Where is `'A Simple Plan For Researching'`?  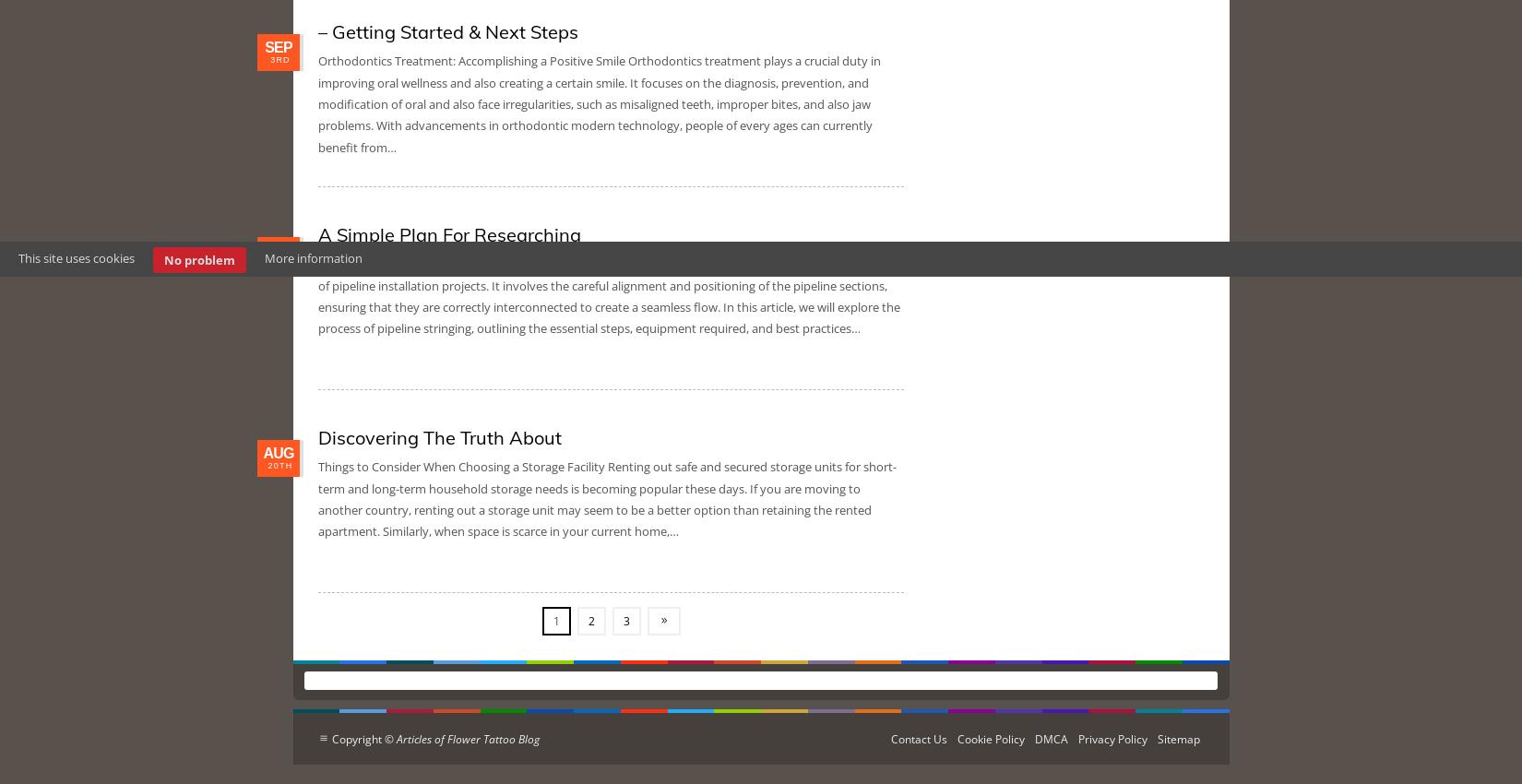 'A Simple Plan For Researching' is located at coordinates (448, 234).